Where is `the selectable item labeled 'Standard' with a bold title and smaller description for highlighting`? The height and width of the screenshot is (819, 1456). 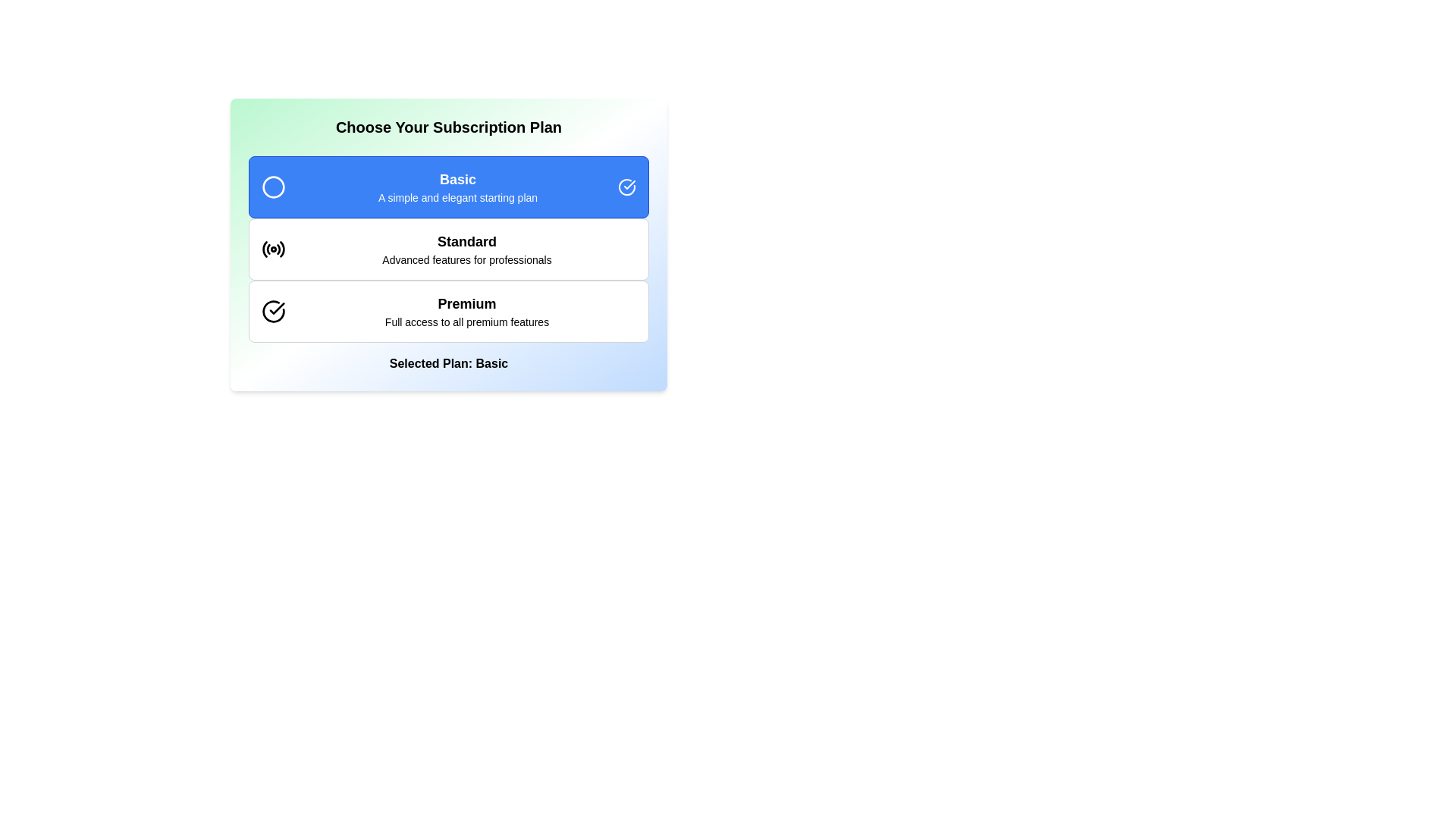 the selectable item labeled 'Standard' with a bold title and smaller description for highlighting is located at coordinates (447, 248).